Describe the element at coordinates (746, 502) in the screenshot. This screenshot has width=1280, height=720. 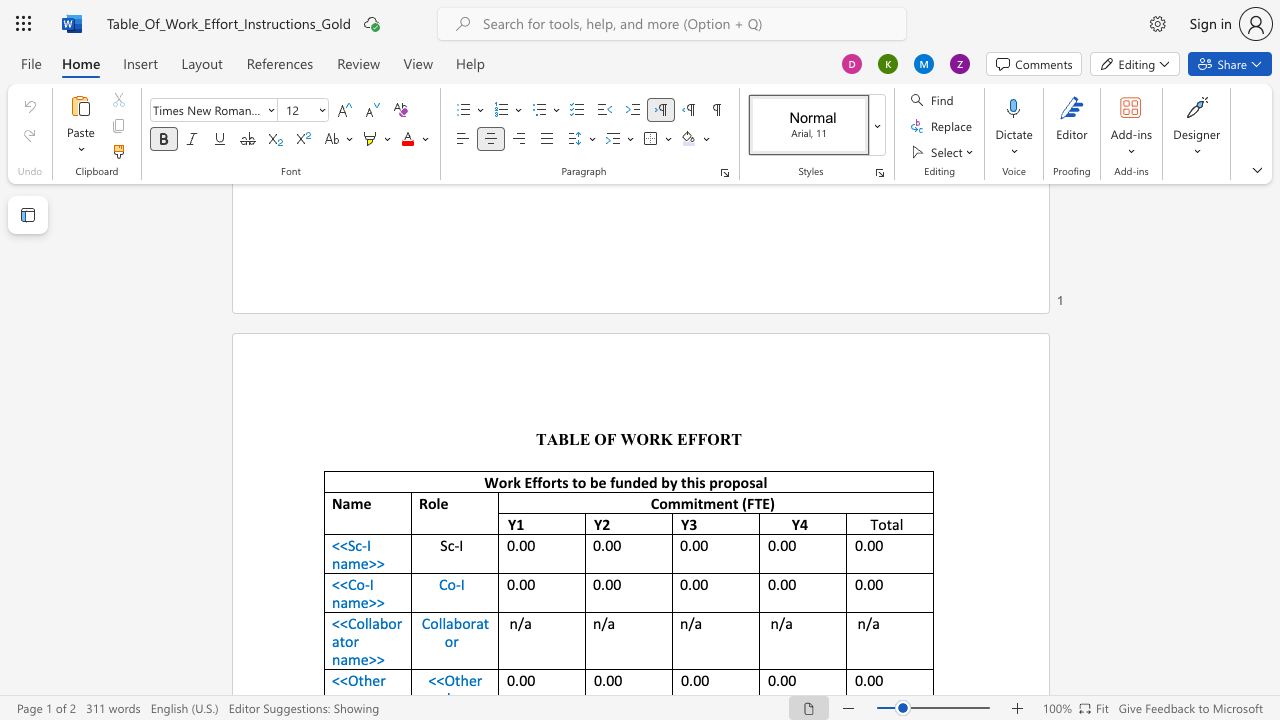
I see `the space between the continuous character "(" and "F" in the text` at that location.